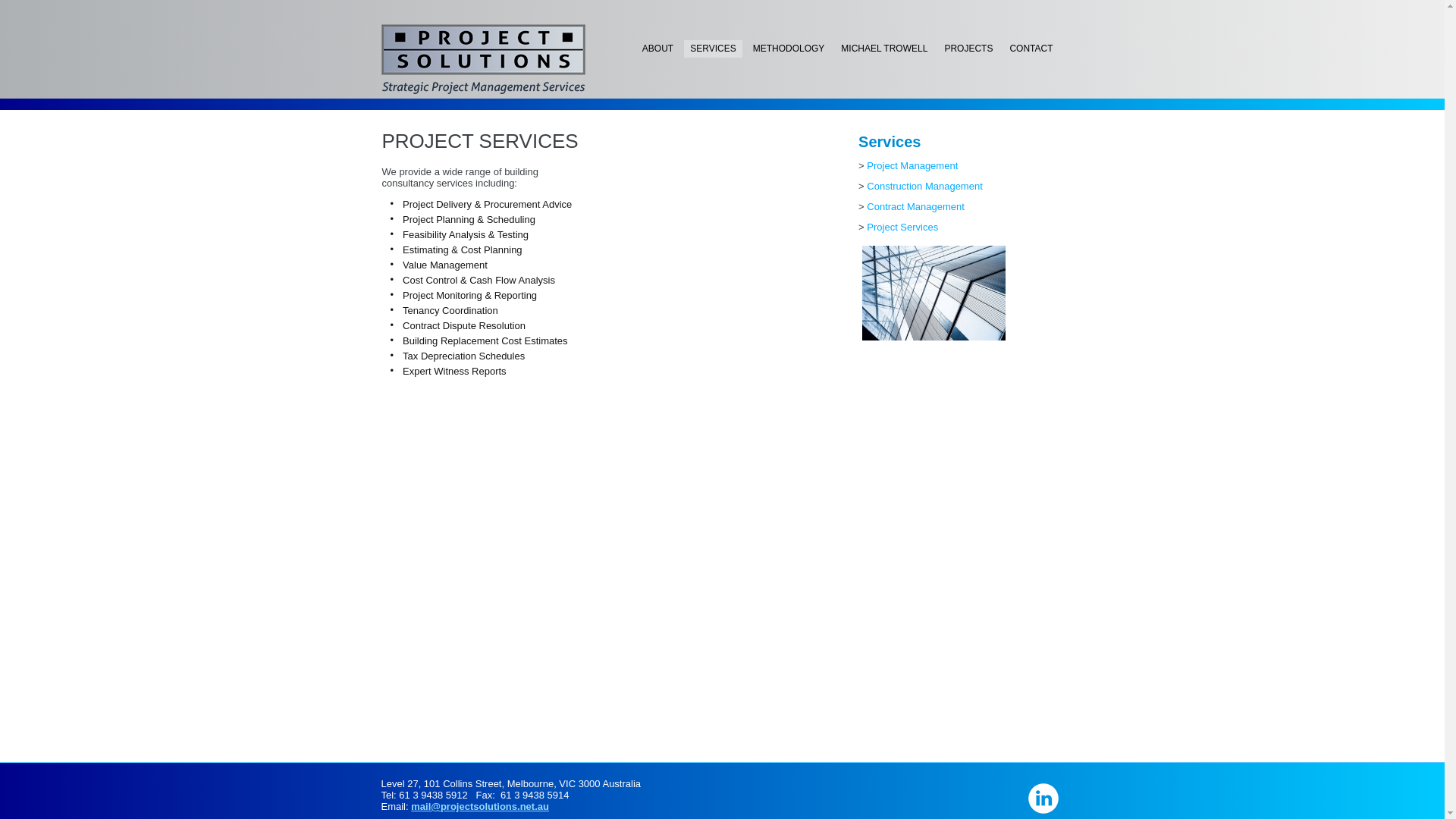  What do you see at coordinates (912, 165) in the screenshot?
I see `'Project Management'` at bounding box center [912, 165].